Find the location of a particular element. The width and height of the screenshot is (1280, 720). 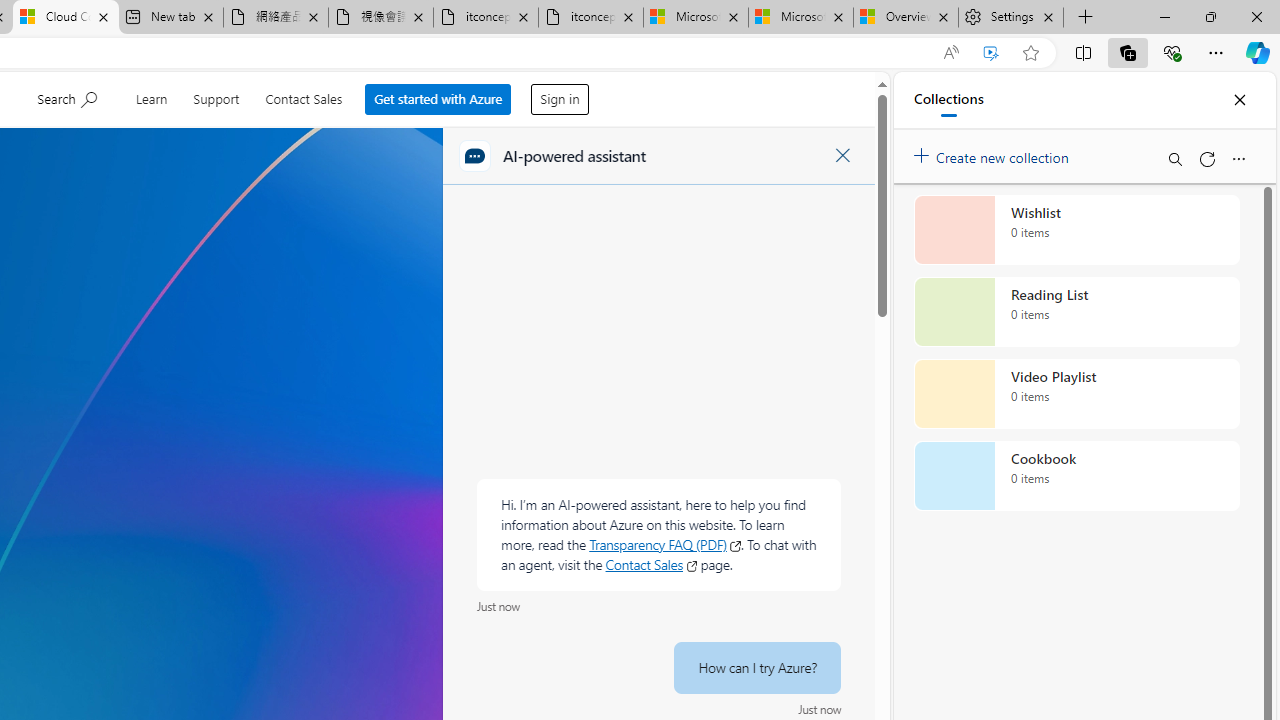

'More options menu' is located at coordinates (1237, 158).